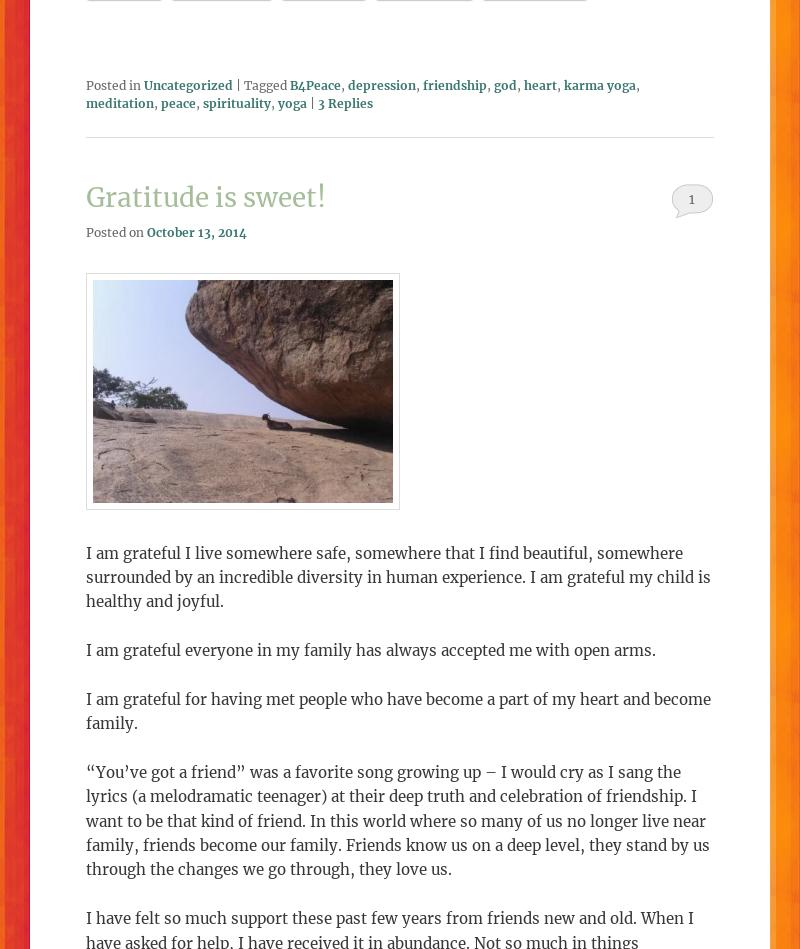 This screenshot has height=949, width=800. What do you see at coordinates (112, 84) in the screenshot?
I see `'Posted in'` at bounding box center [112, 84].